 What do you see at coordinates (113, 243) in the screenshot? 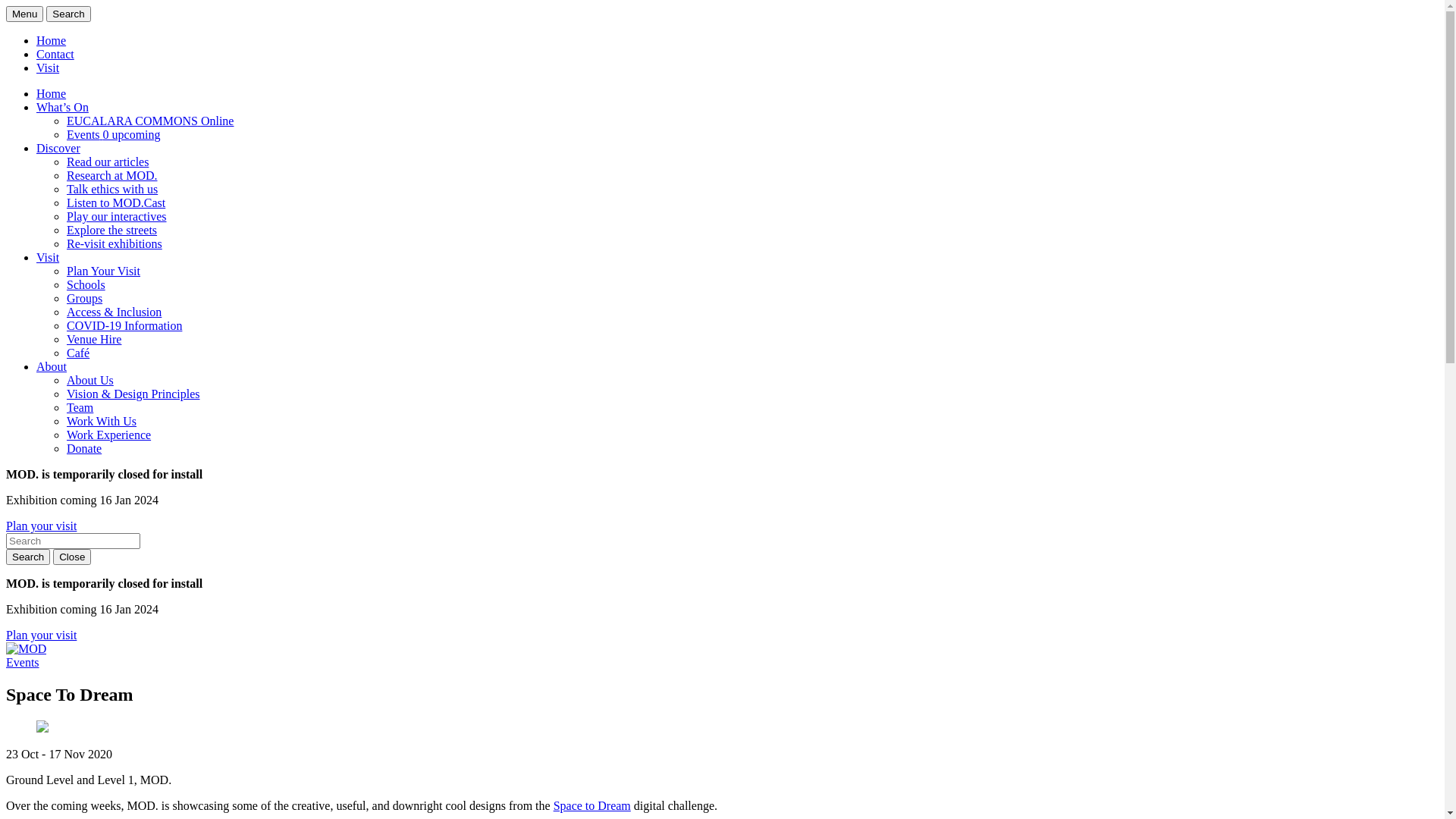
I see `'Re-visit exhibitions'` at bounding box center [113, 243].